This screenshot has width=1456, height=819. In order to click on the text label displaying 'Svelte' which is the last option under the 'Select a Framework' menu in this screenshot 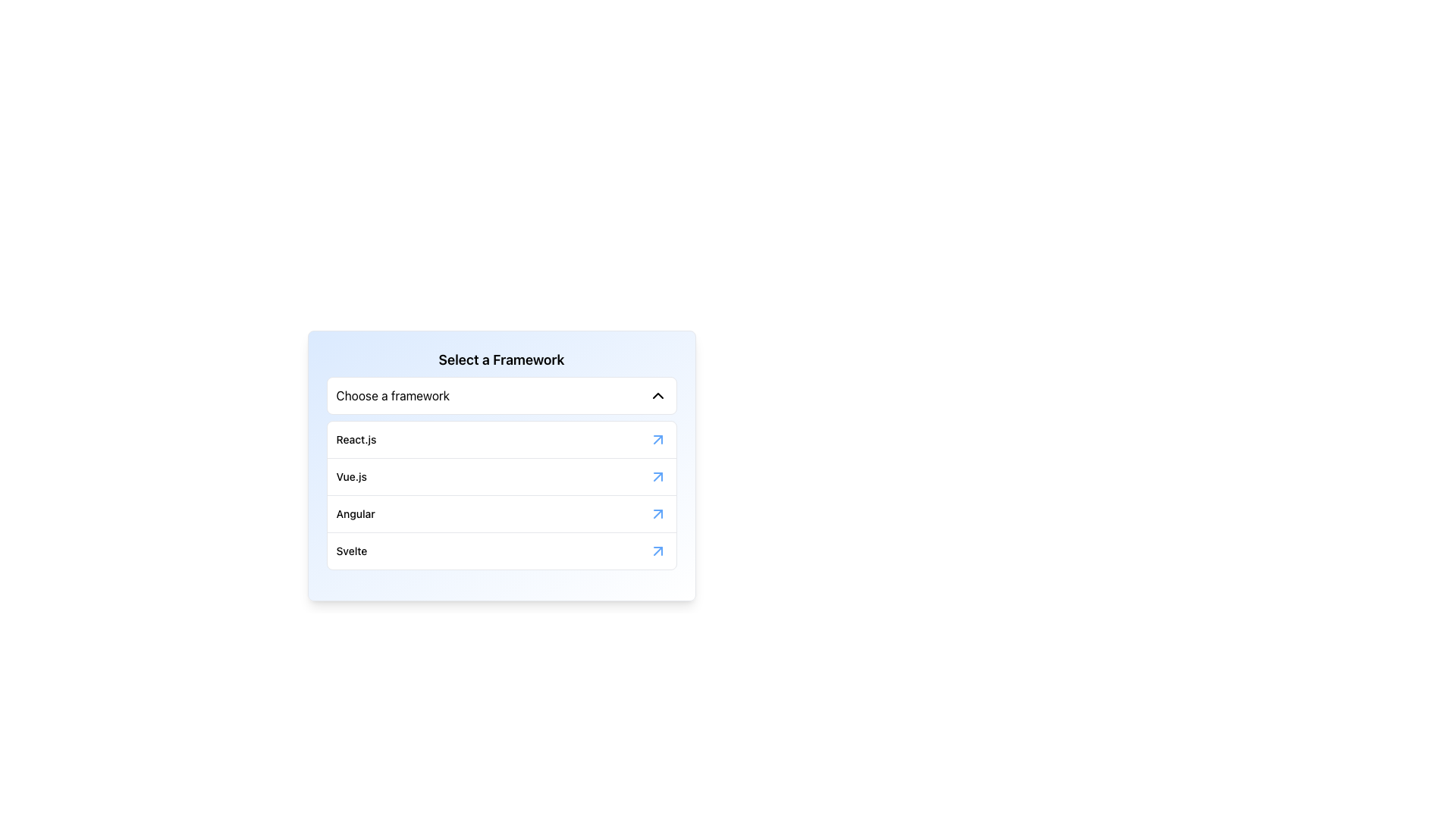, I will do `click(351, 551)`.